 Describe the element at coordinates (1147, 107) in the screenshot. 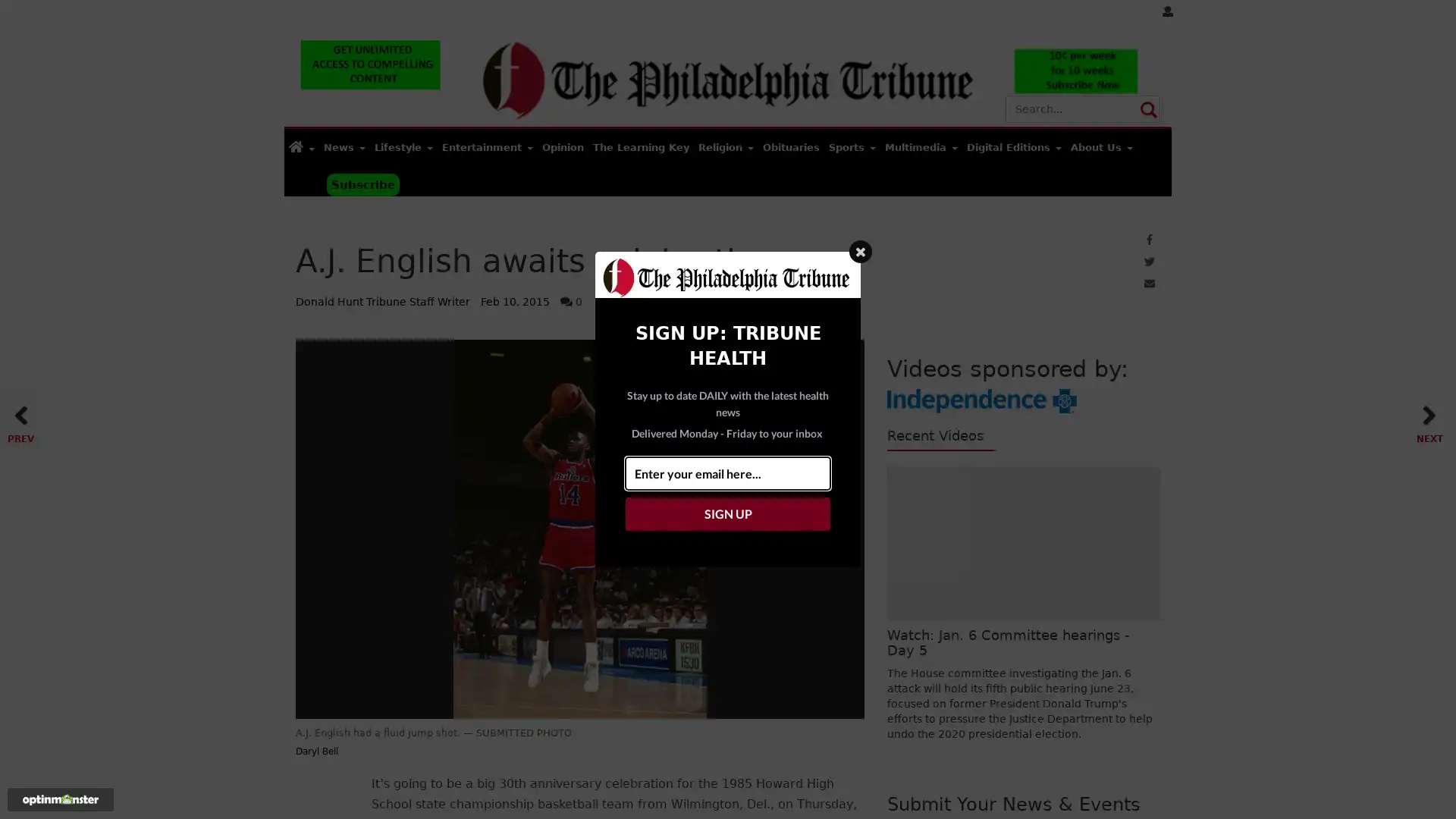

I see `Submit Site Search` at that location.